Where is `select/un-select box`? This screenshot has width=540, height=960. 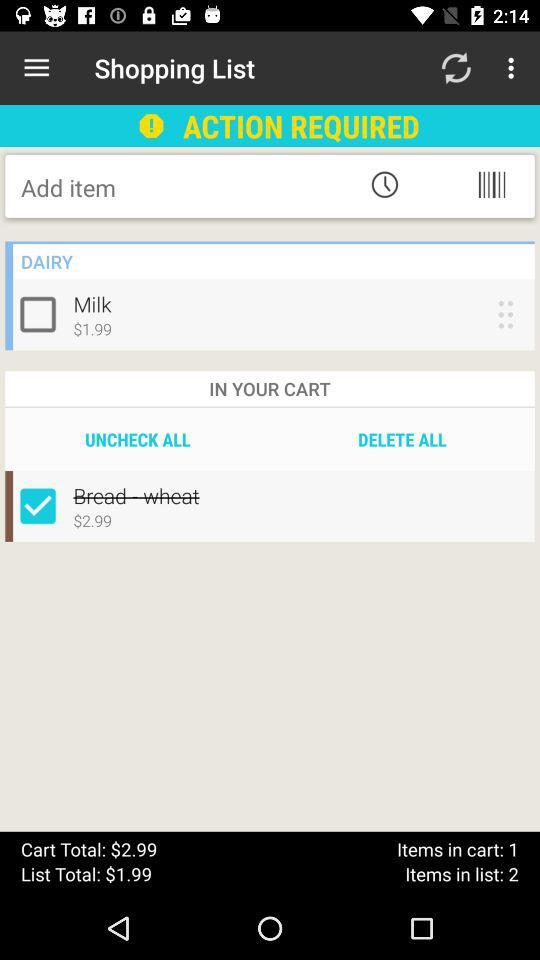 select/un-select box is located at coordinates (42, 505).